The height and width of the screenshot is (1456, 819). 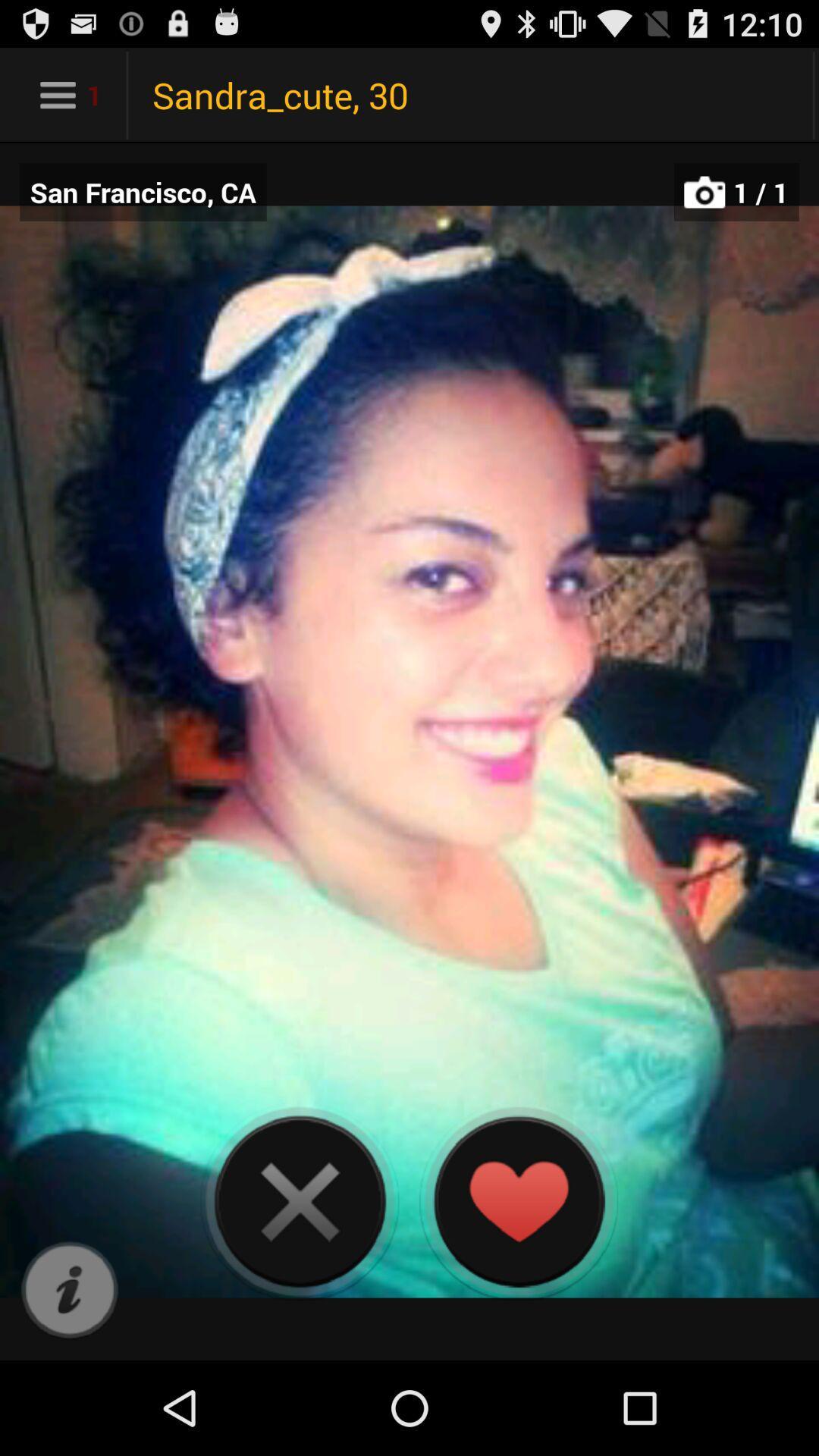 What do you see at coordinates (69, 1290) in the screenshot?
I see `post to instagram` at bounding box center [69, 1290].